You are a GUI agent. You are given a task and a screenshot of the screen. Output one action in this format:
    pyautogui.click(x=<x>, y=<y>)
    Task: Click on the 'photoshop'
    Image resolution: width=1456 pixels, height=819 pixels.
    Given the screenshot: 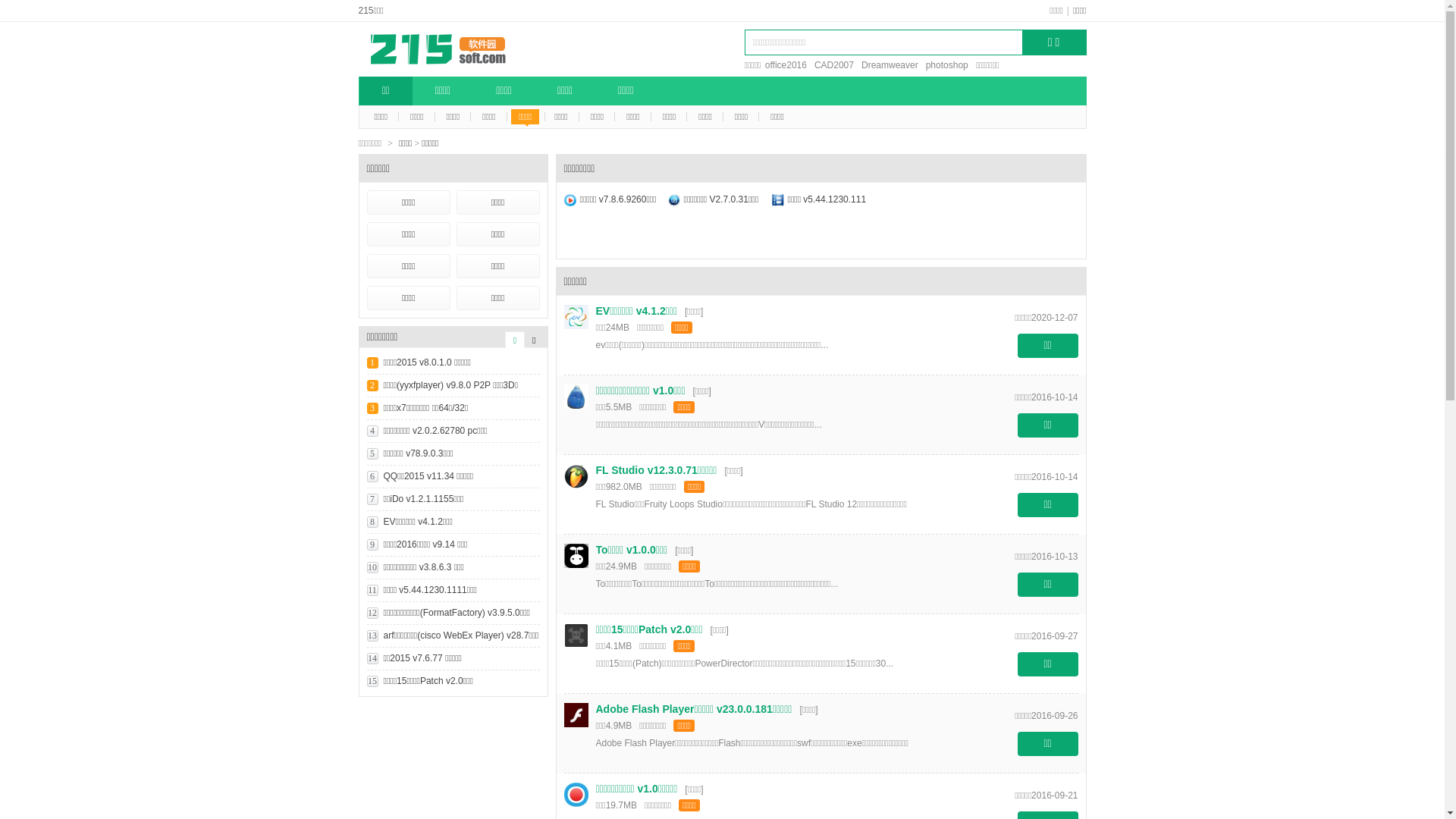 What is the action you would take?
    pyautogui.click(x=946, y=64)
    